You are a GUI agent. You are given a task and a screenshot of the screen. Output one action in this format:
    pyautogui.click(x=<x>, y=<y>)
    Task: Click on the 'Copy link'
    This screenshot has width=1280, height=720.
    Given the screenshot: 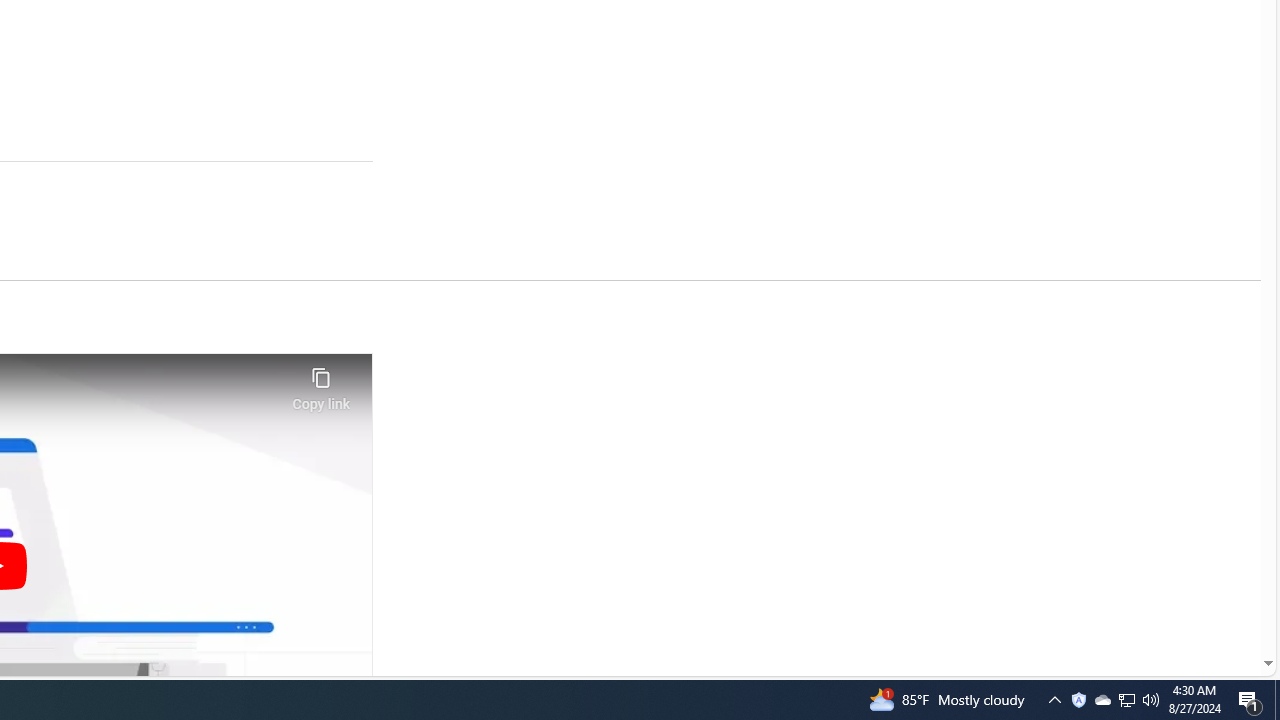 What is the action you would take?
    pyautogui.click(x=320, y=383)
    